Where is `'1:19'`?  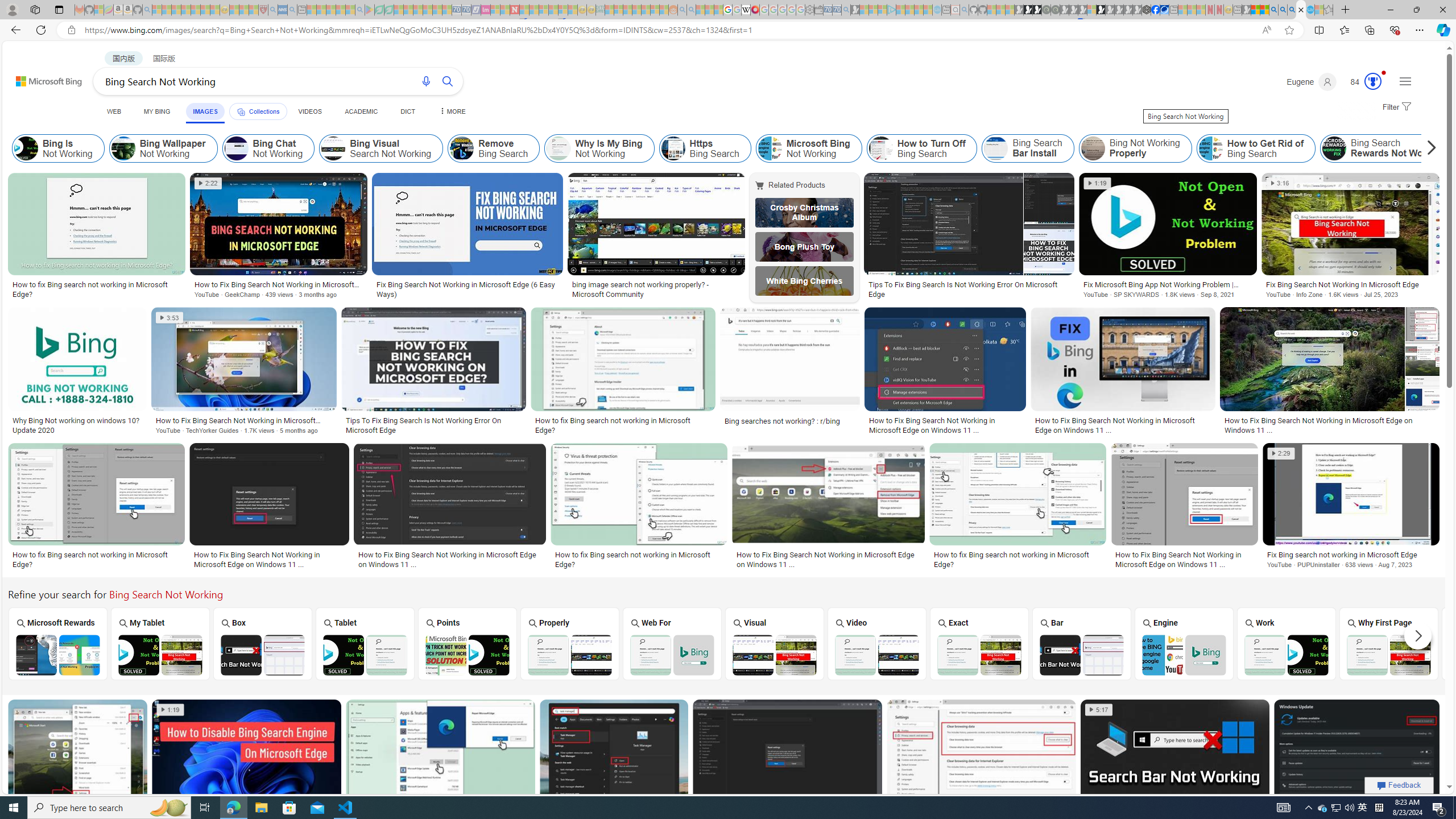 '1:19' is located at coordinates (169, 709).